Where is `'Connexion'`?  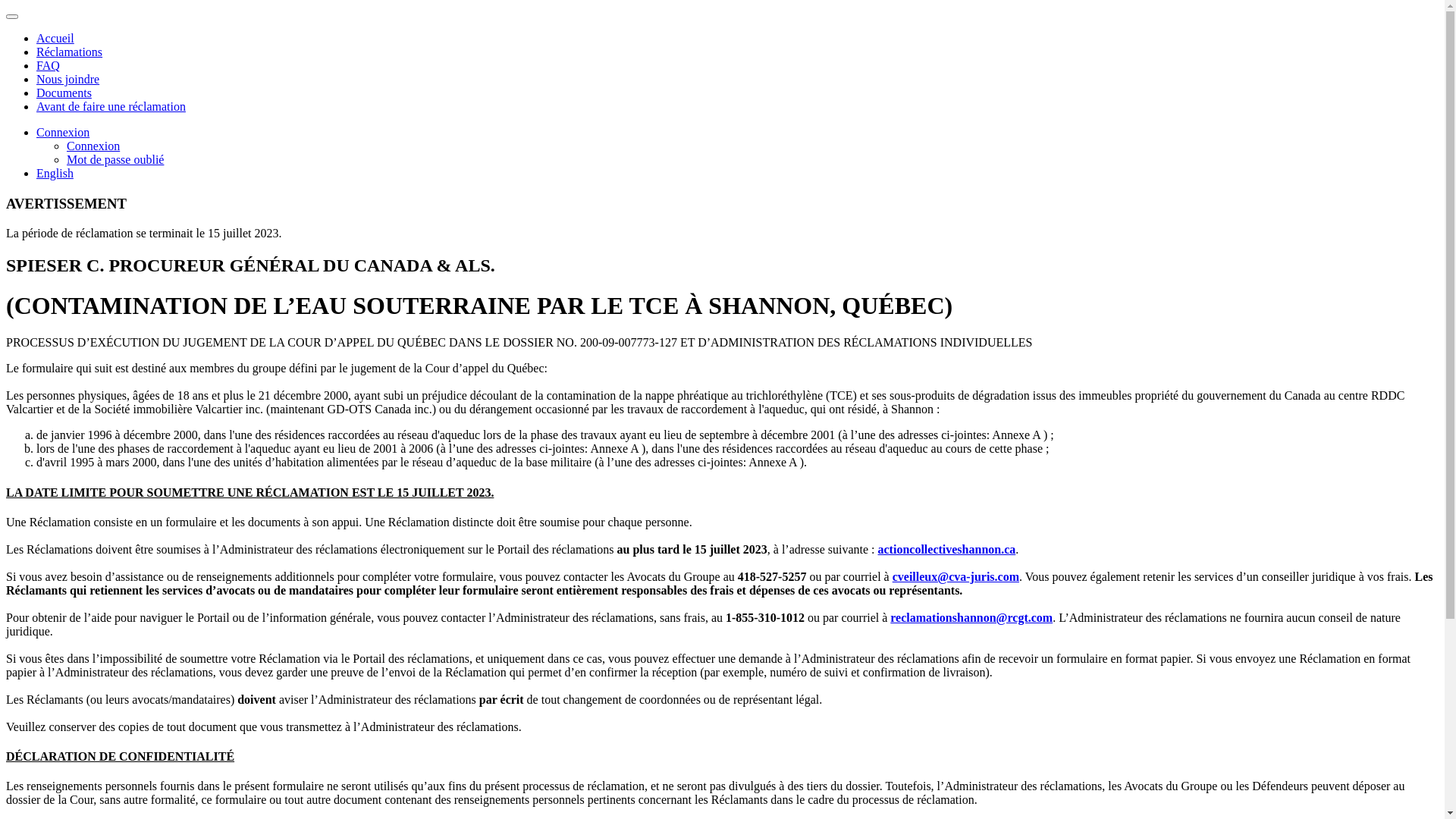 'Connexion' is located at coordinates (93, 146).